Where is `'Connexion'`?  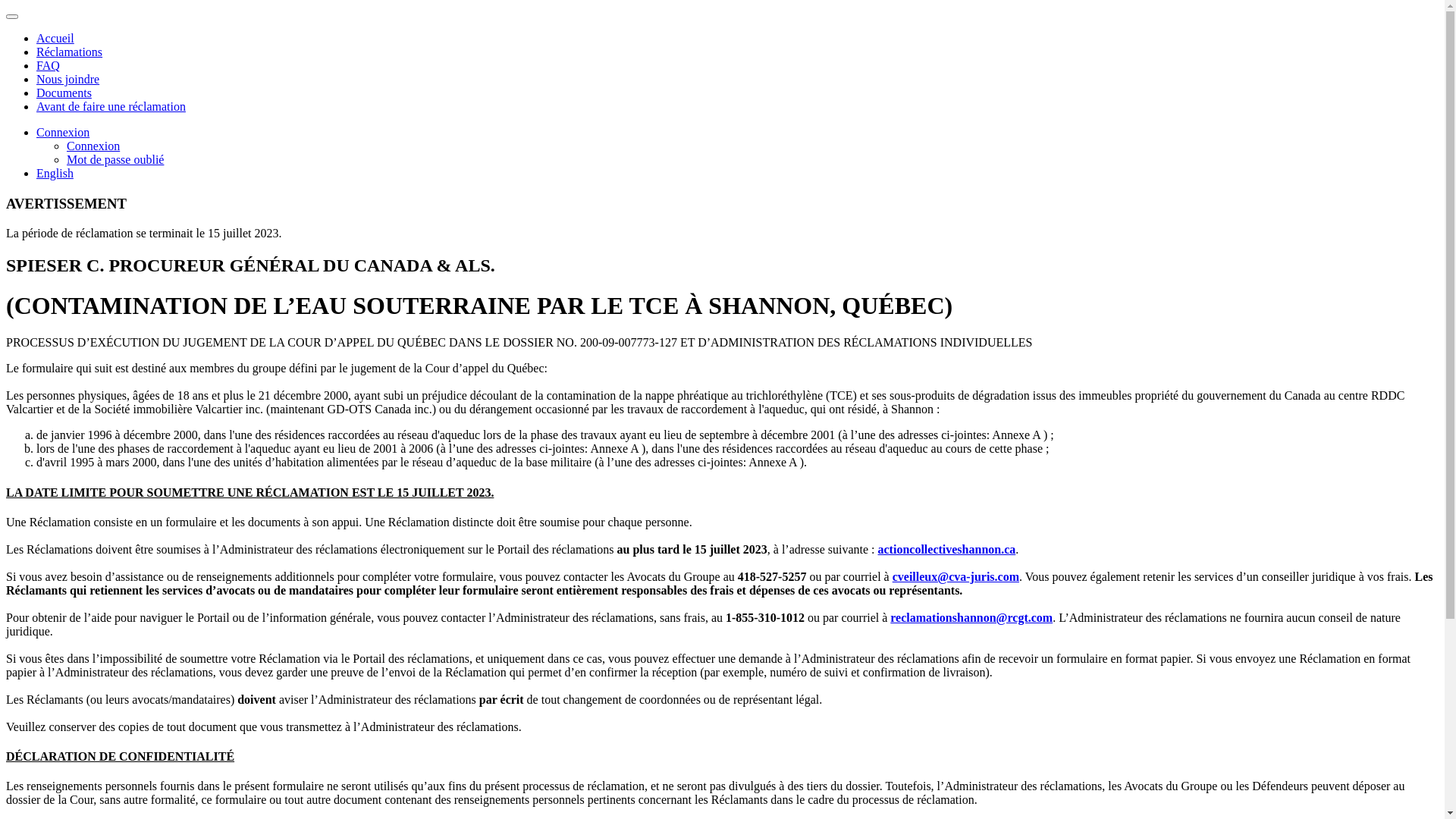 'Connexion' is located at coordinates (93, 146).